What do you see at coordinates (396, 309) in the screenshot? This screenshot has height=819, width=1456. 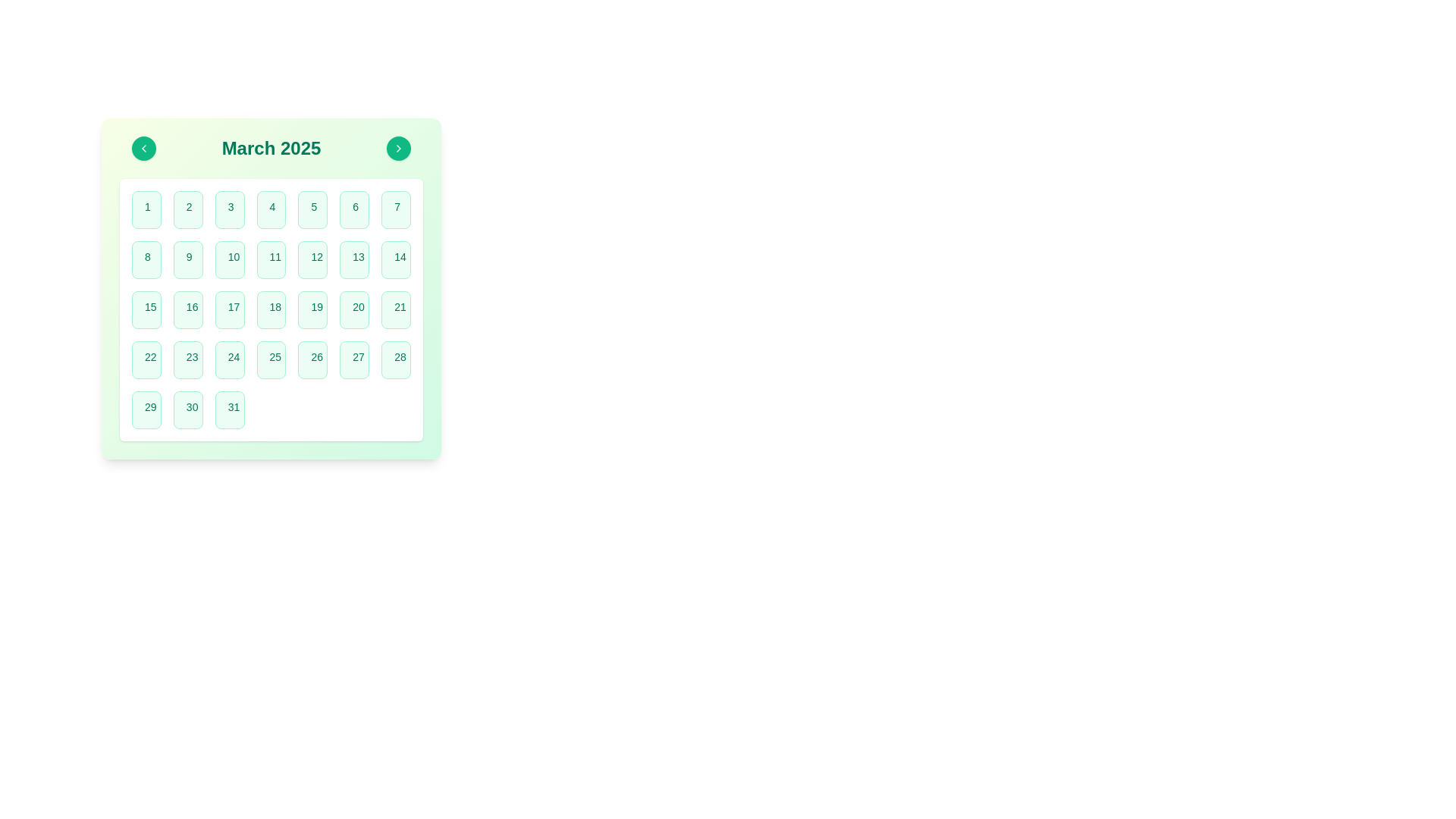 I see `the Calendar Day Cell representing the 21st of the month in the calendar grid layout` at bounding box center [396, 309].